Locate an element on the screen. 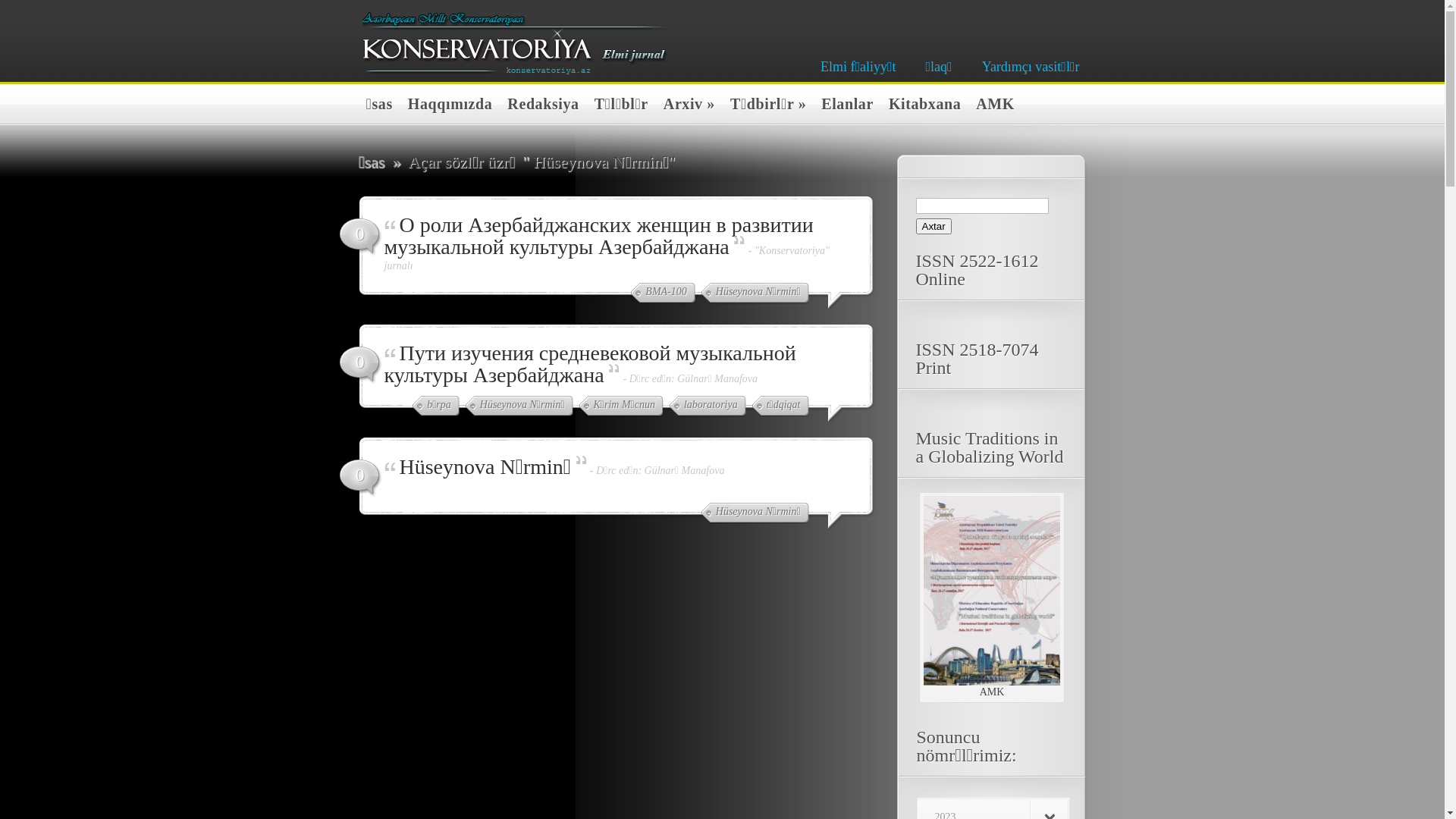  'BMA-100' is located at coordinates (662, 293).